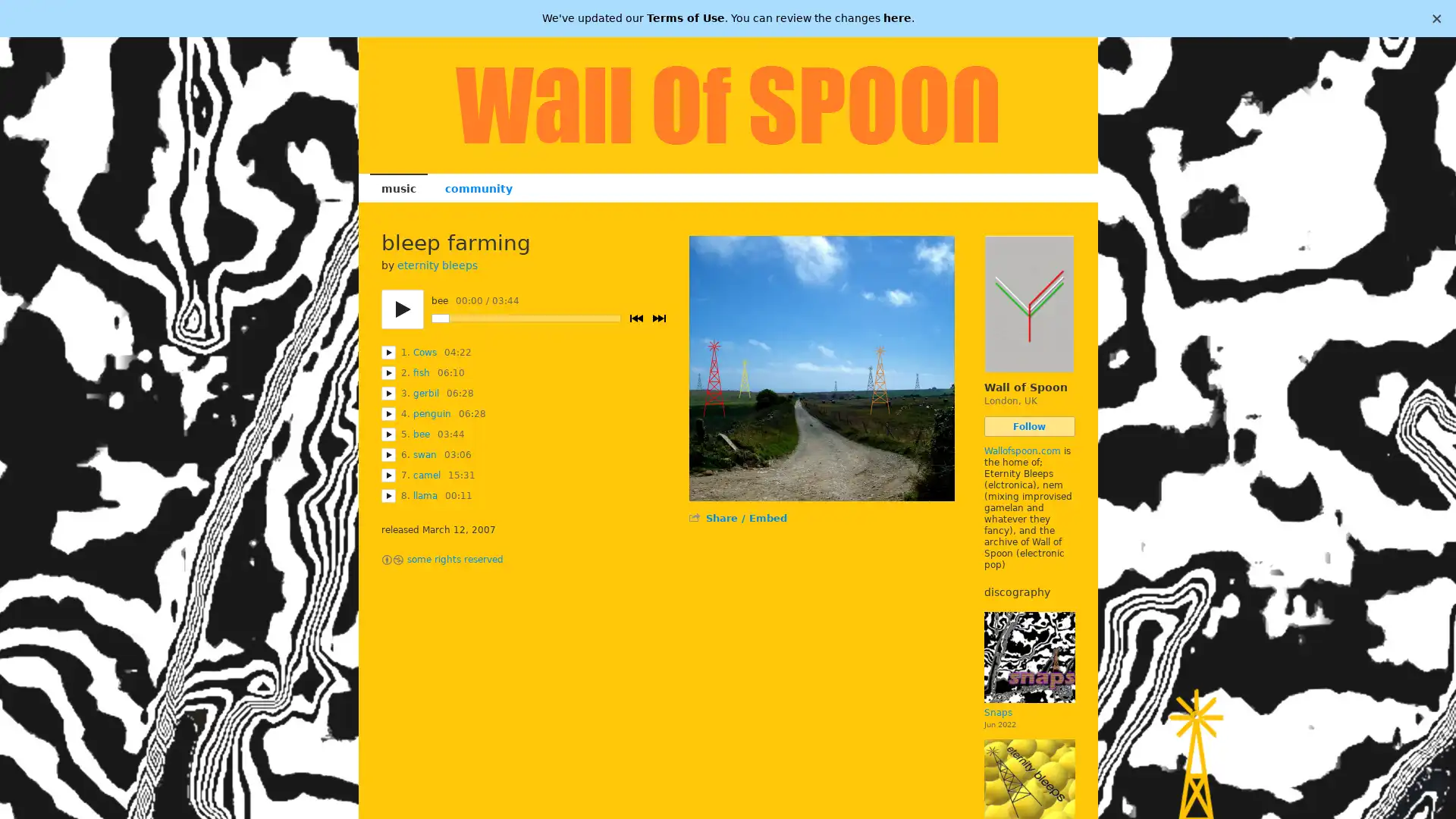 Image resolution: width=1456 pixels, height=819 pixels. I want to click on Next track, so click(658, 318).